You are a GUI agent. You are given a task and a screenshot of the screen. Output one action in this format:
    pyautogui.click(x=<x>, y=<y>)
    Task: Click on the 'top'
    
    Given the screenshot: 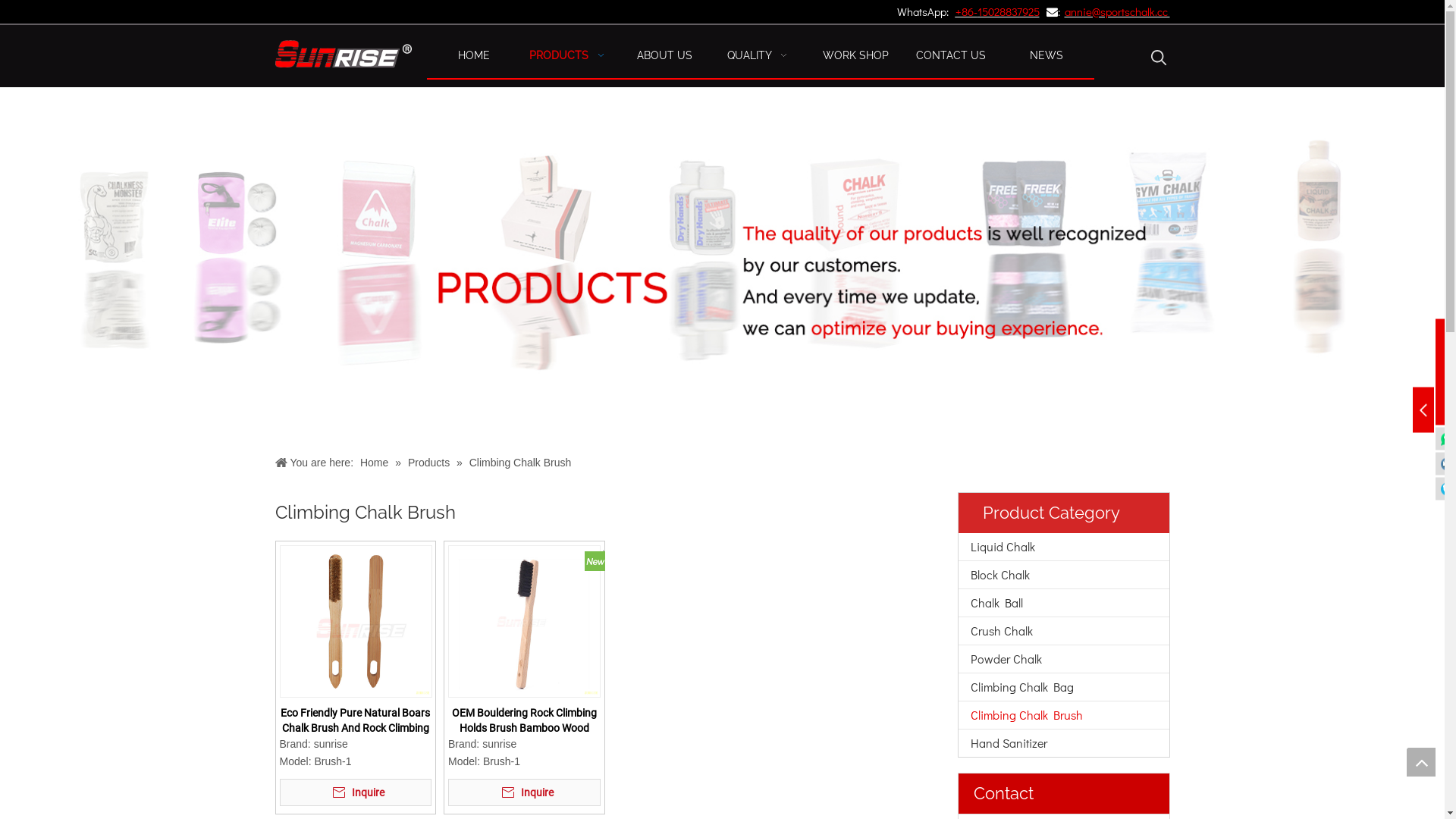 What is the action you would take?
    pyautogui.click(x=1420, y=762)
    